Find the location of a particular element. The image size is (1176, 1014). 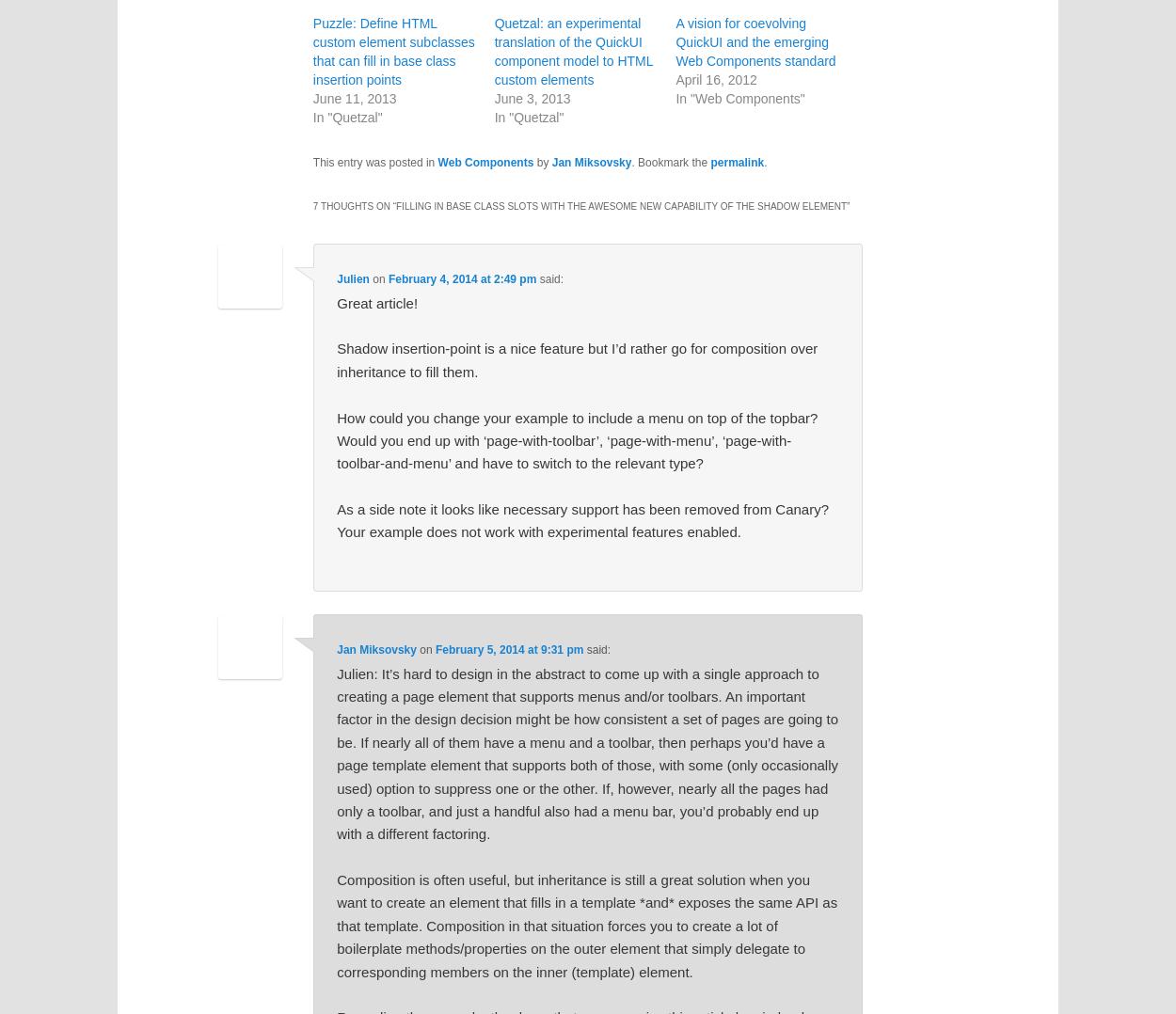

'.' is located at coordinates (764, 162).